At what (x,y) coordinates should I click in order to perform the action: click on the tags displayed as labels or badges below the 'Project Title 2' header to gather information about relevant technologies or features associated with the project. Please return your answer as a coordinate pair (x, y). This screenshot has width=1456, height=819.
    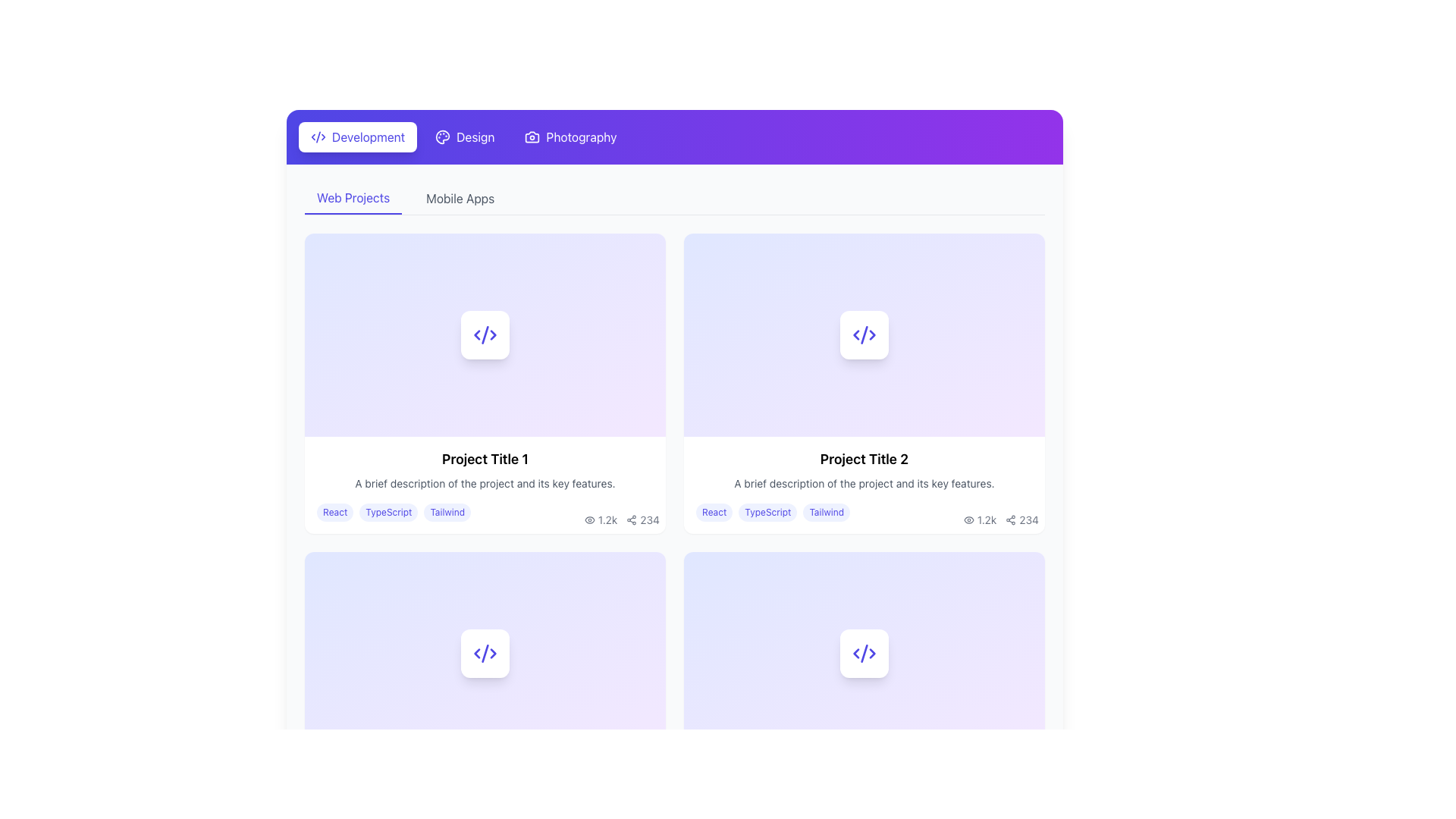
    Looking at the image, I should click on (864, 512).